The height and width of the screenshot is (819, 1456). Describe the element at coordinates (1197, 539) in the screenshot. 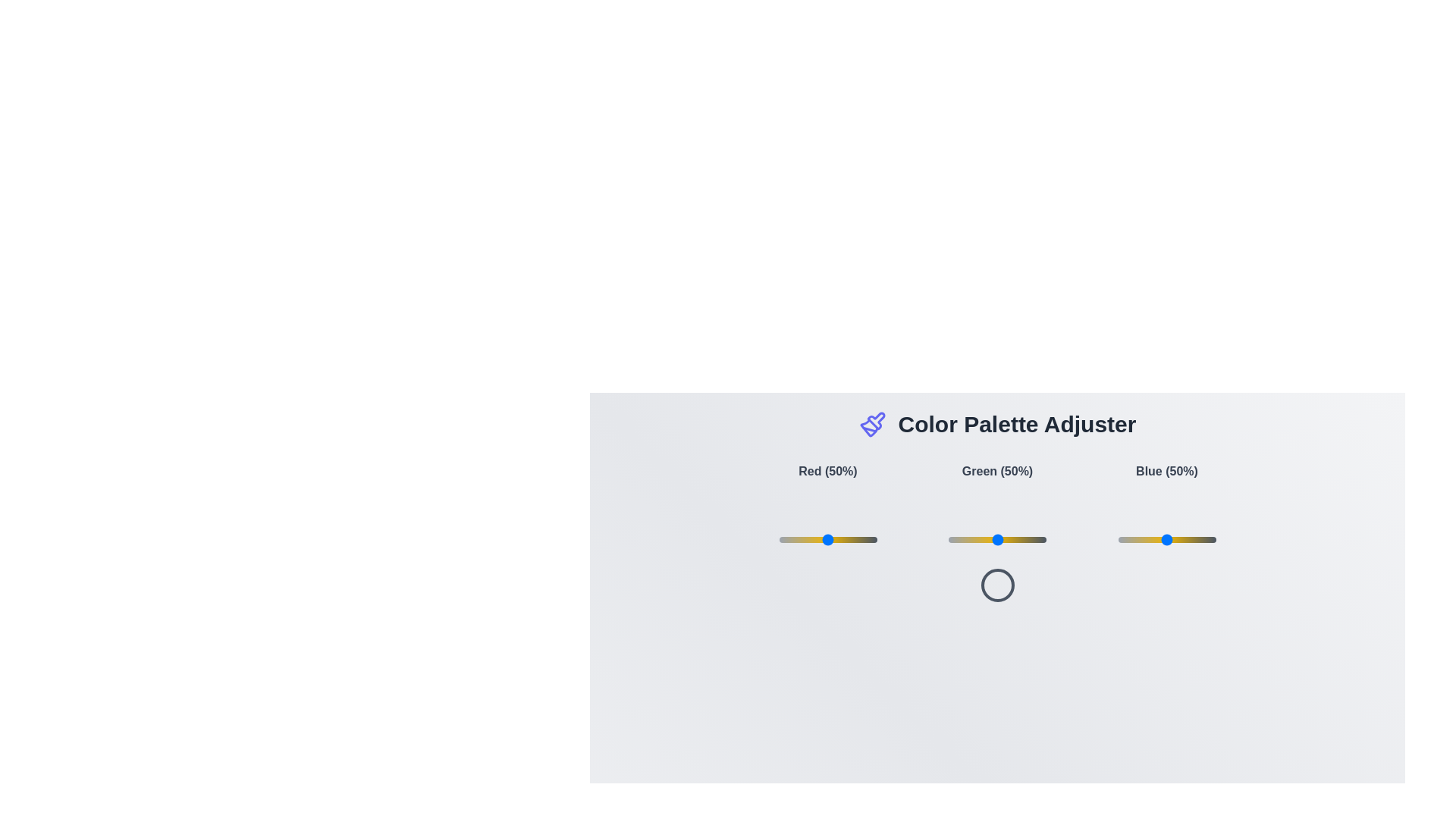

I see `the blue color slider to 81%` at that location.